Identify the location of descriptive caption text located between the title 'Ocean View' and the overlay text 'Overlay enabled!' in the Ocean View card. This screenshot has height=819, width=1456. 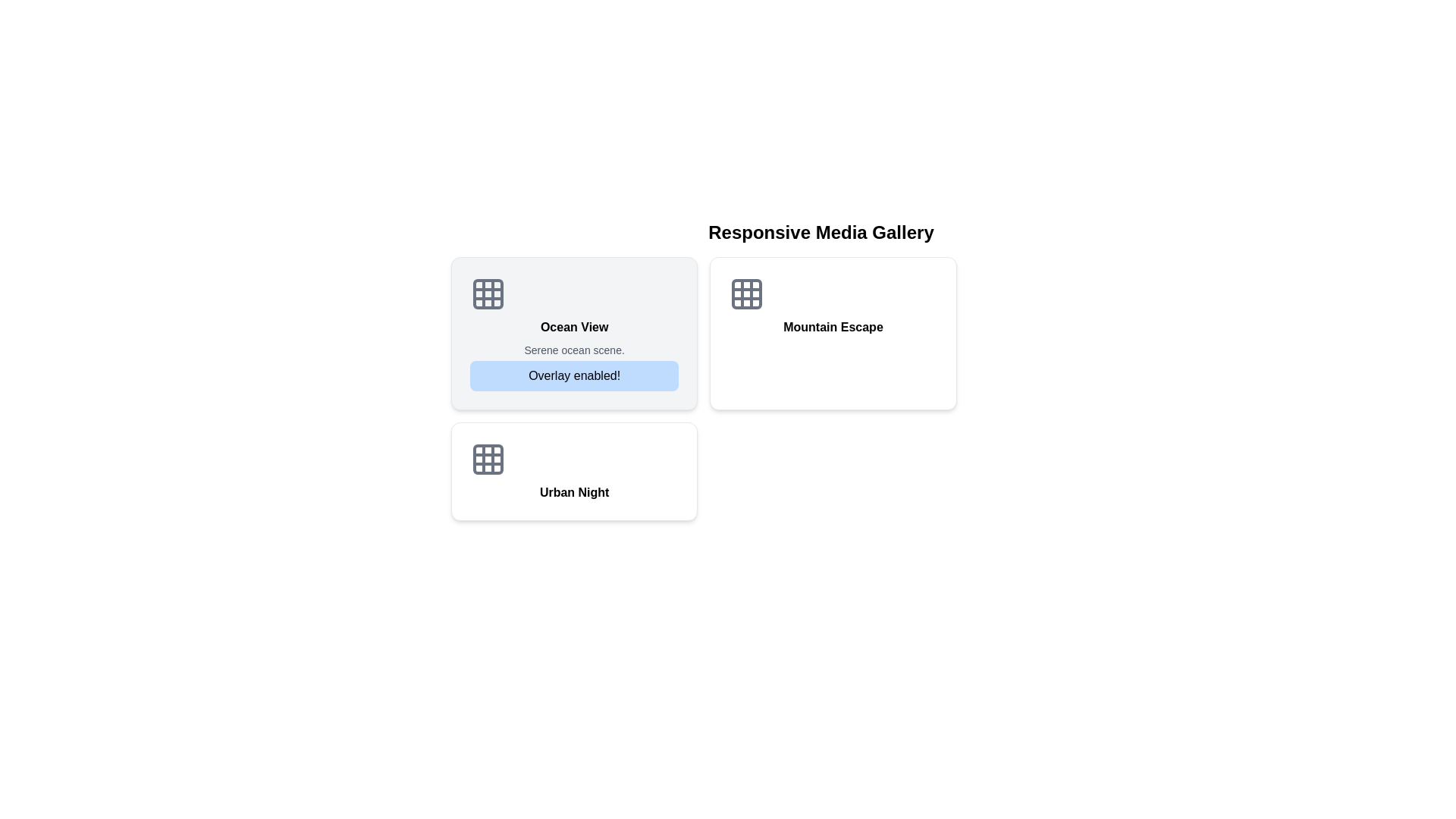
(573, 350).